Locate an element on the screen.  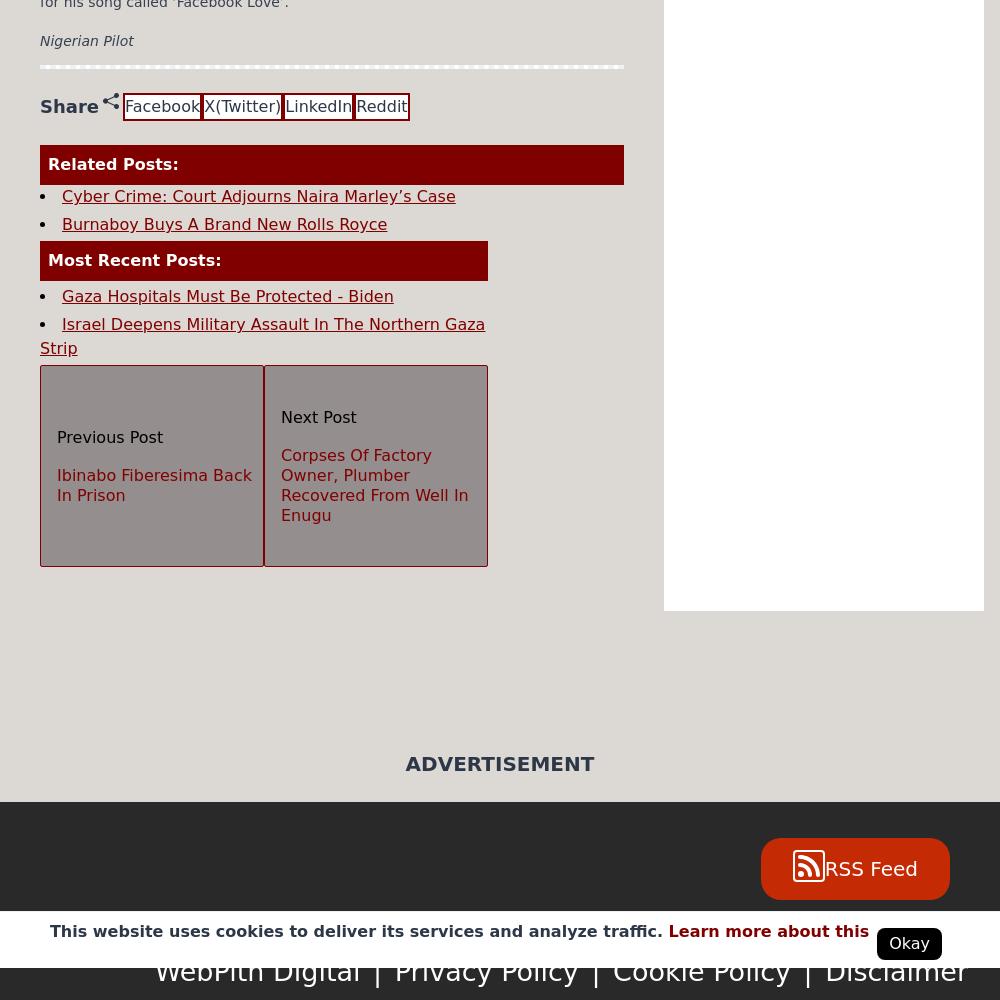
'WebPith Digital' is located at coordinates (257, 969).